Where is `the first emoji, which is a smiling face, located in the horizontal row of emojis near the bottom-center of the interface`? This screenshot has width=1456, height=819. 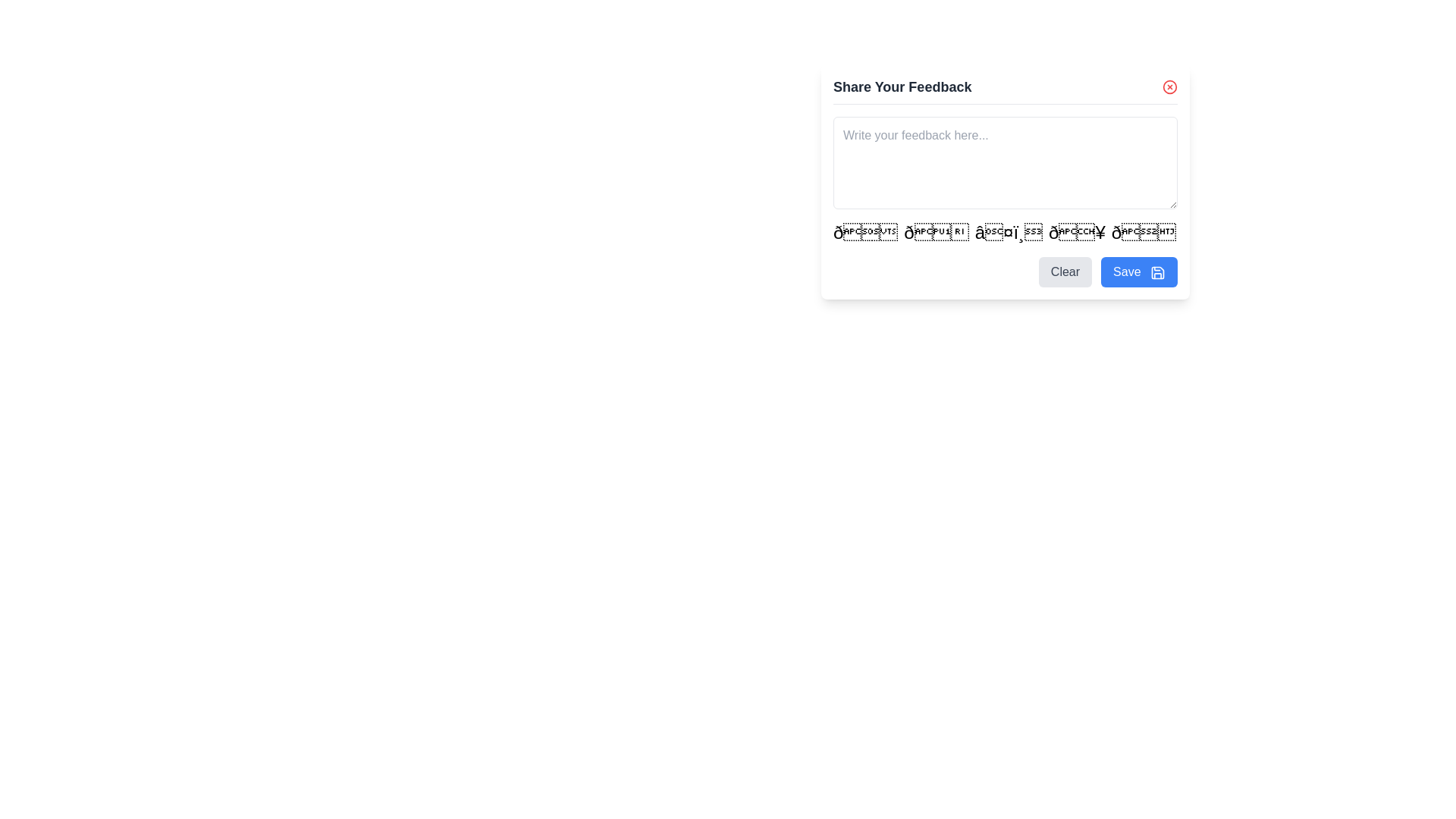
the first emoji, which is a smiling face, located in the horizontal row of emojis near the bottom-center of the interface is located at coordinates (865, 233).